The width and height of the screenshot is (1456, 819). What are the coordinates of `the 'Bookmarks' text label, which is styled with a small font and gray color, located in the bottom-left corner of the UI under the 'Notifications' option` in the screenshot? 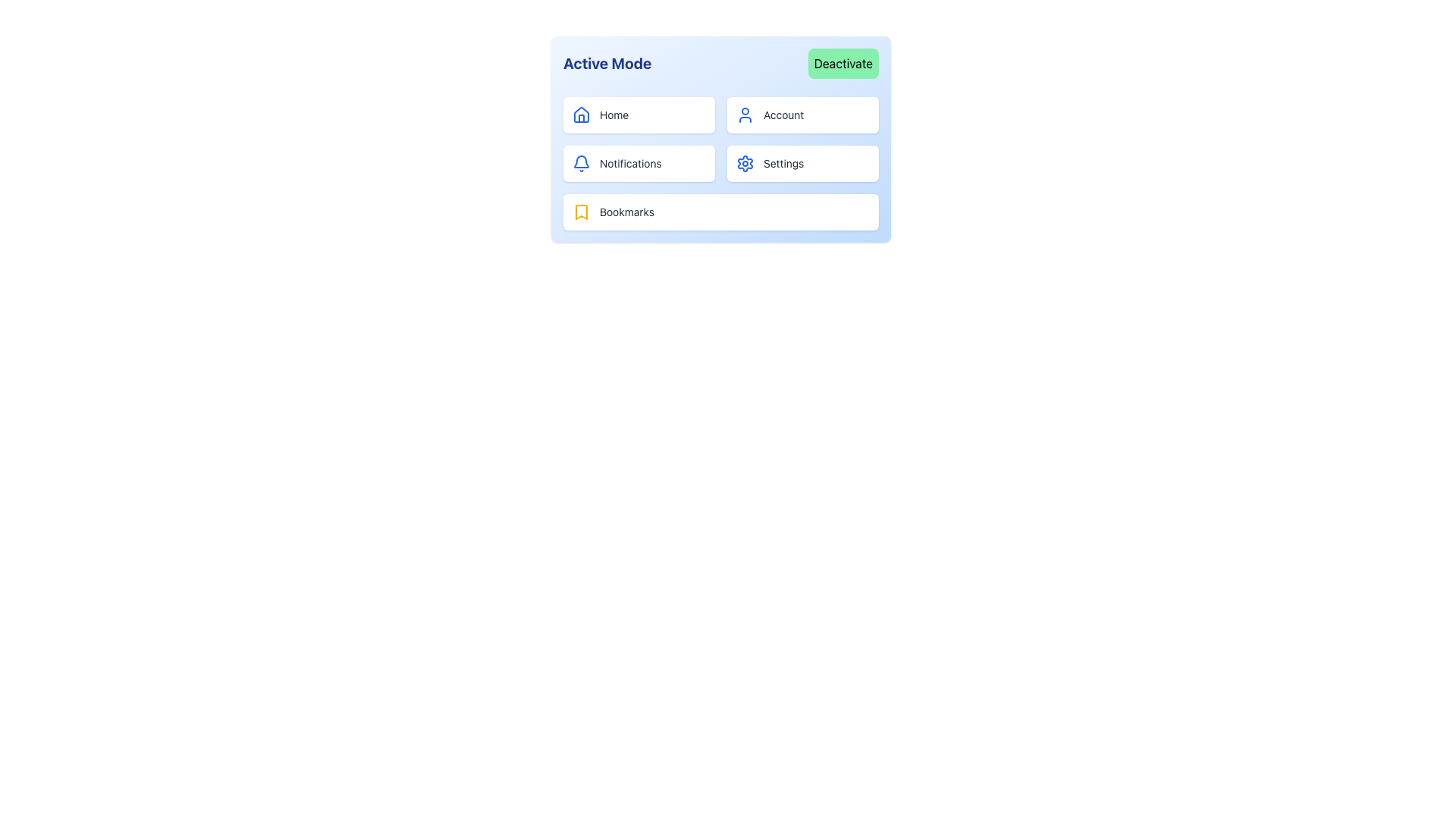 It's located at (626, 212).